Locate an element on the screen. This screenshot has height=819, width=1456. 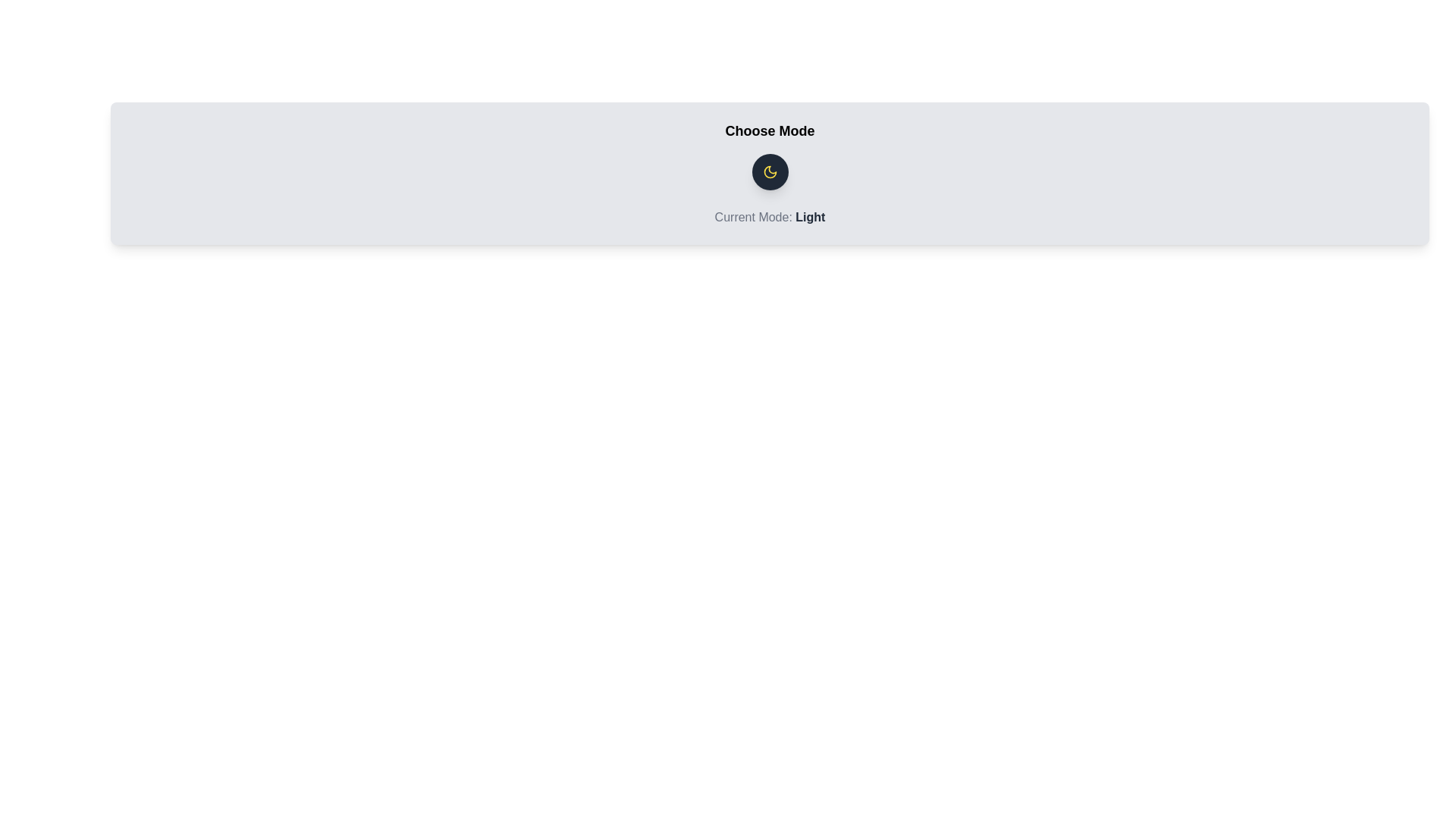
the mode toggle button to switch between light and dark modes is located at coordinates (770, 171).